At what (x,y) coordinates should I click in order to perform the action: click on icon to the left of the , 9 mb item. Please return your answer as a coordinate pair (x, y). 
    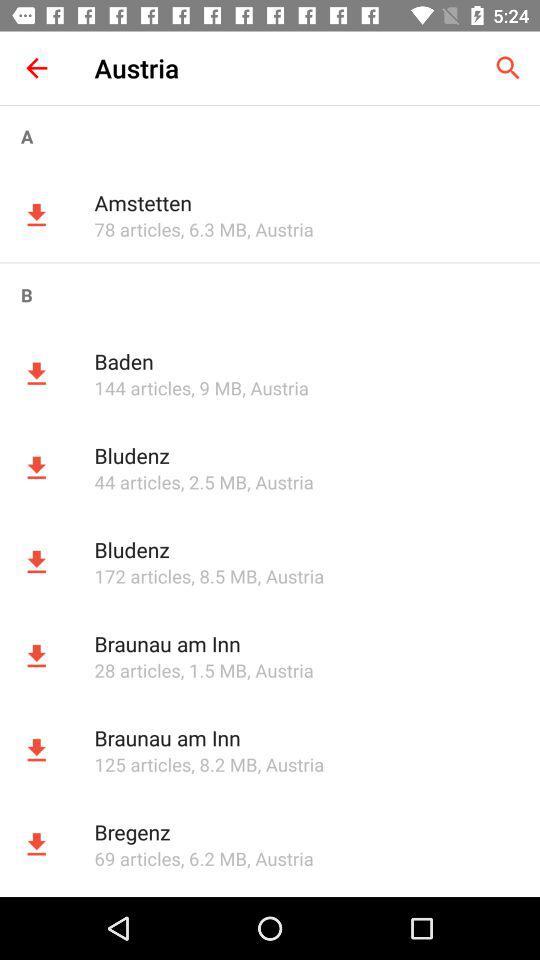
    Looking at the image, I should click on (141, 387).